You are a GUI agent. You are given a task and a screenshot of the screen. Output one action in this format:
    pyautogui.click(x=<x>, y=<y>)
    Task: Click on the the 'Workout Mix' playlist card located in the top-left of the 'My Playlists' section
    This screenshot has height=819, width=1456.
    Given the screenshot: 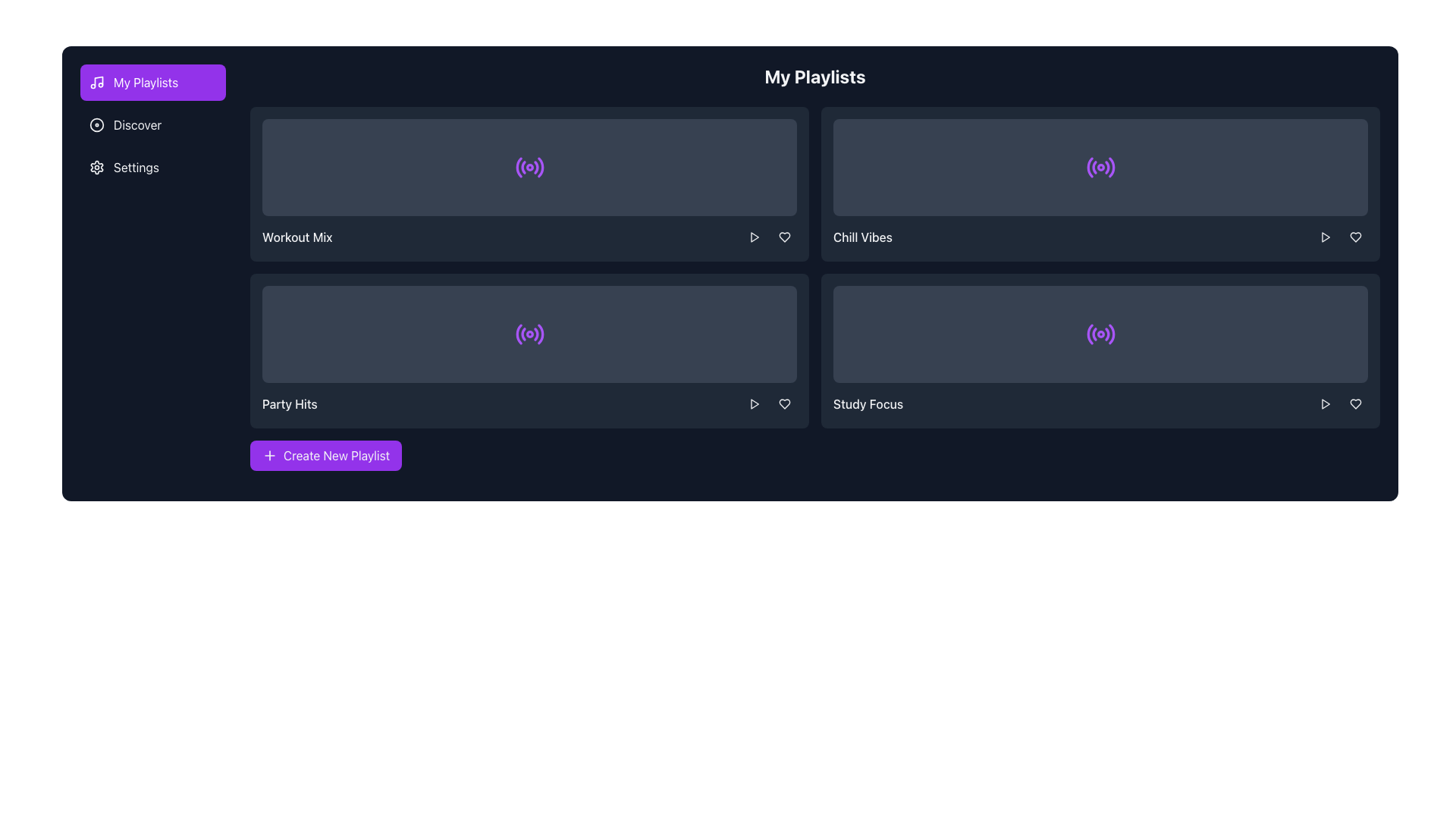 What is the action you would take?
    pyautogui.click(x=529, y=167)
    